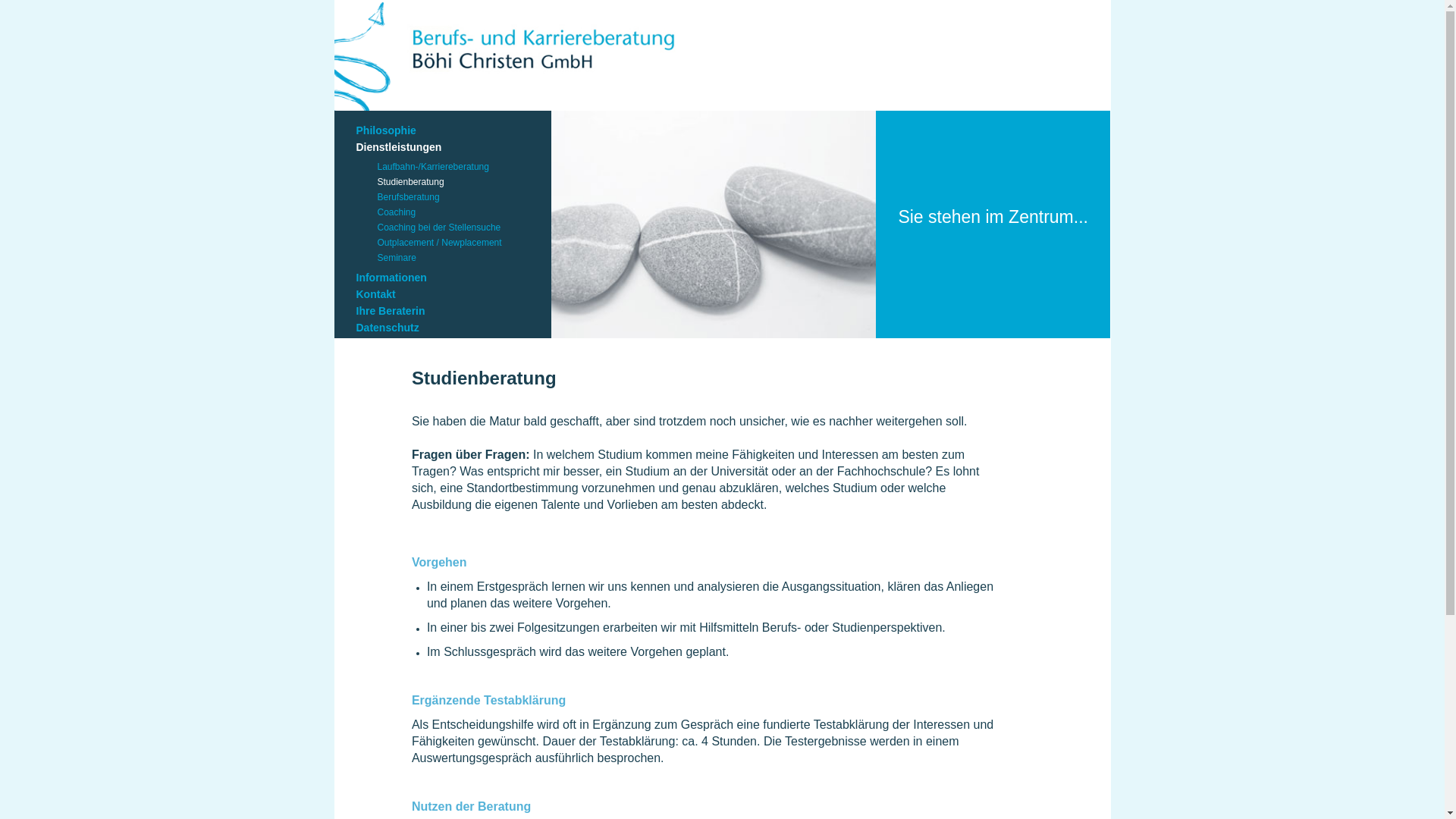  What do you see at coordinates (442, 327) in the screenshot?
I see `'Datenschutz'` at bounding box center [442, 327].